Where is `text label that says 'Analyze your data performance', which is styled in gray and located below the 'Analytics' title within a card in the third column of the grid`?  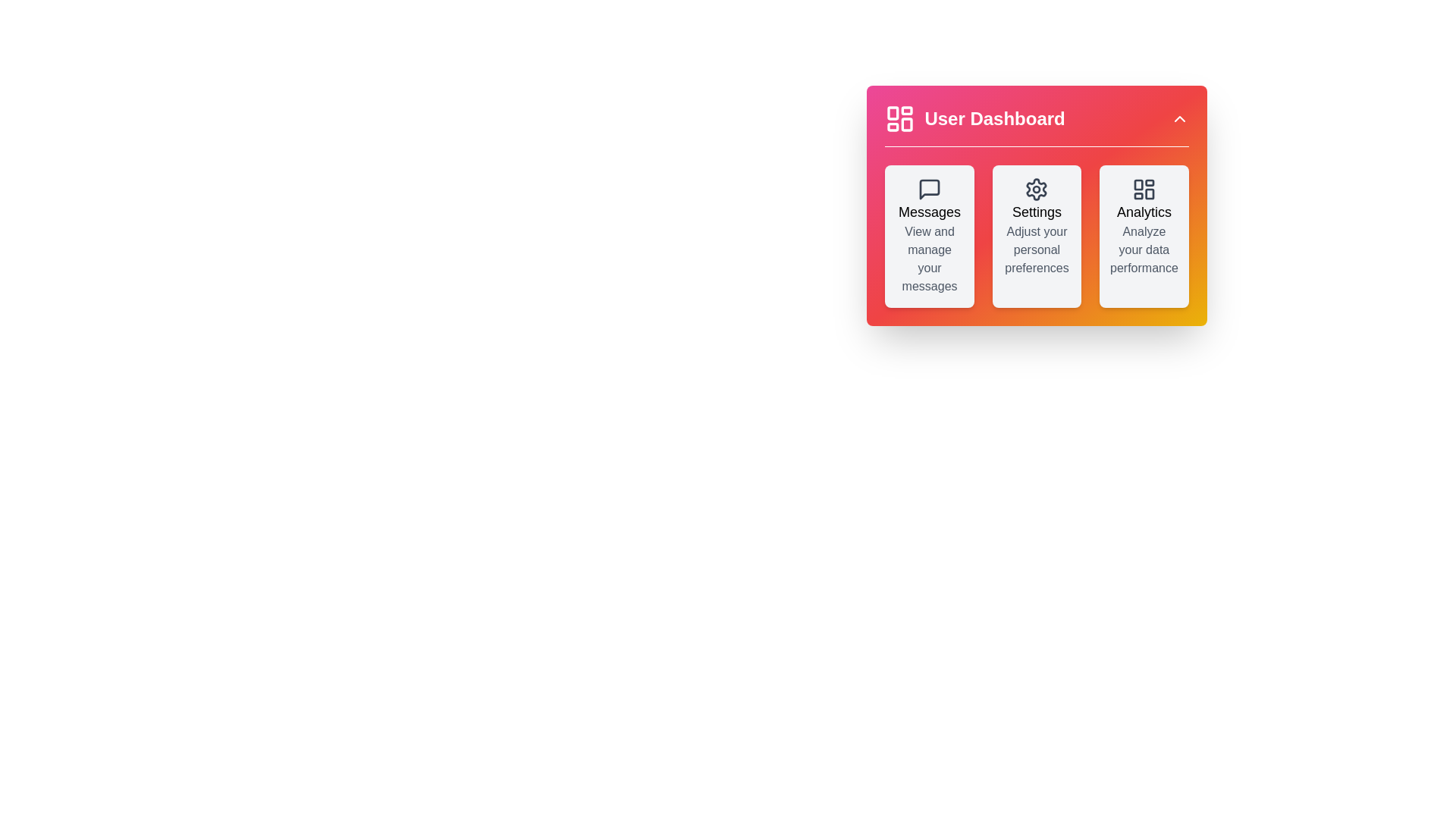
text label that says 'Analyze your data performance', which is styled in gray and located below the 'Analytics' title within a card in the third column of the grid is located at coordinates (1144, 249).